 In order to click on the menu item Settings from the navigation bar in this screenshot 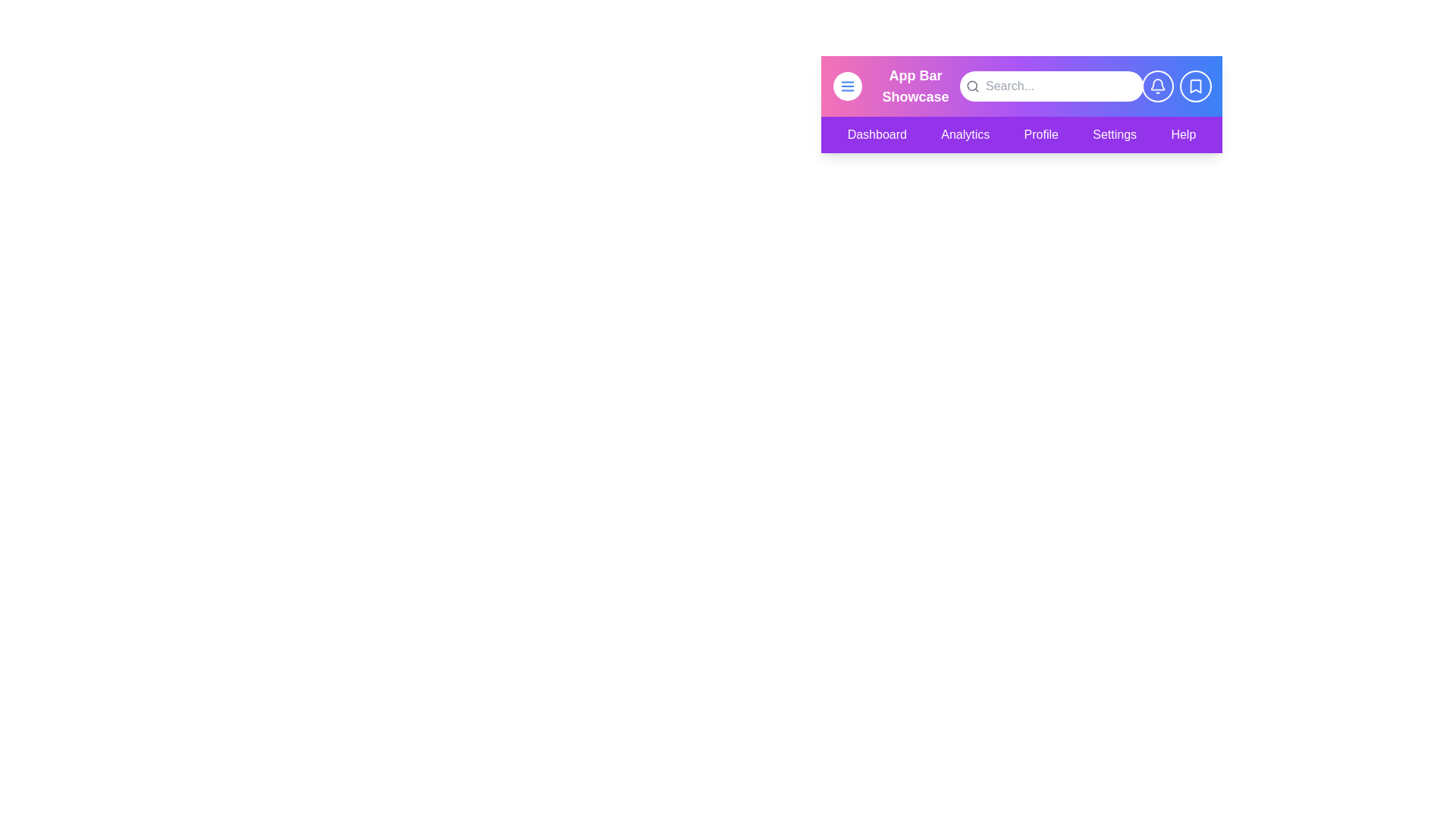, I will do `click(1115, 133)`.